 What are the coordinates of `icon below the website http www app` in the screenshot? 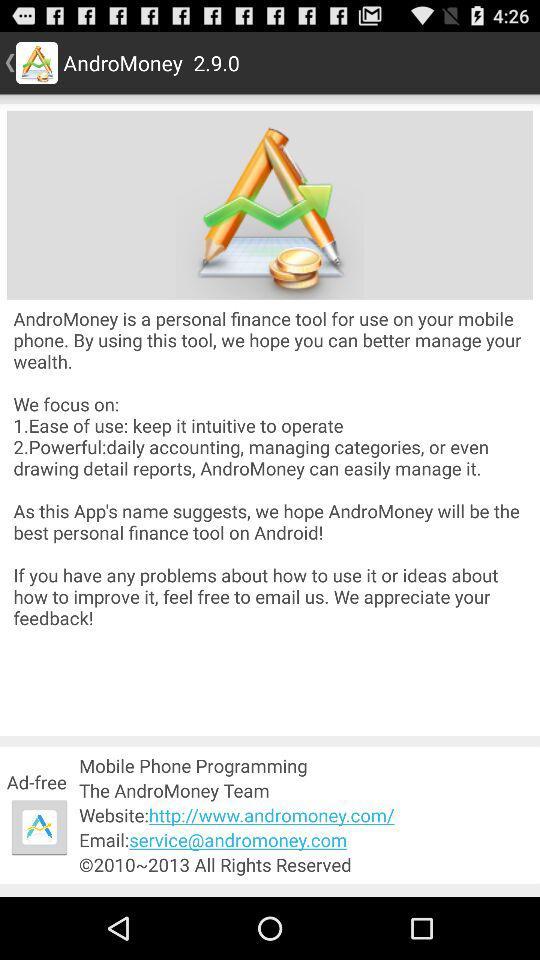 It's located at (306, 840).